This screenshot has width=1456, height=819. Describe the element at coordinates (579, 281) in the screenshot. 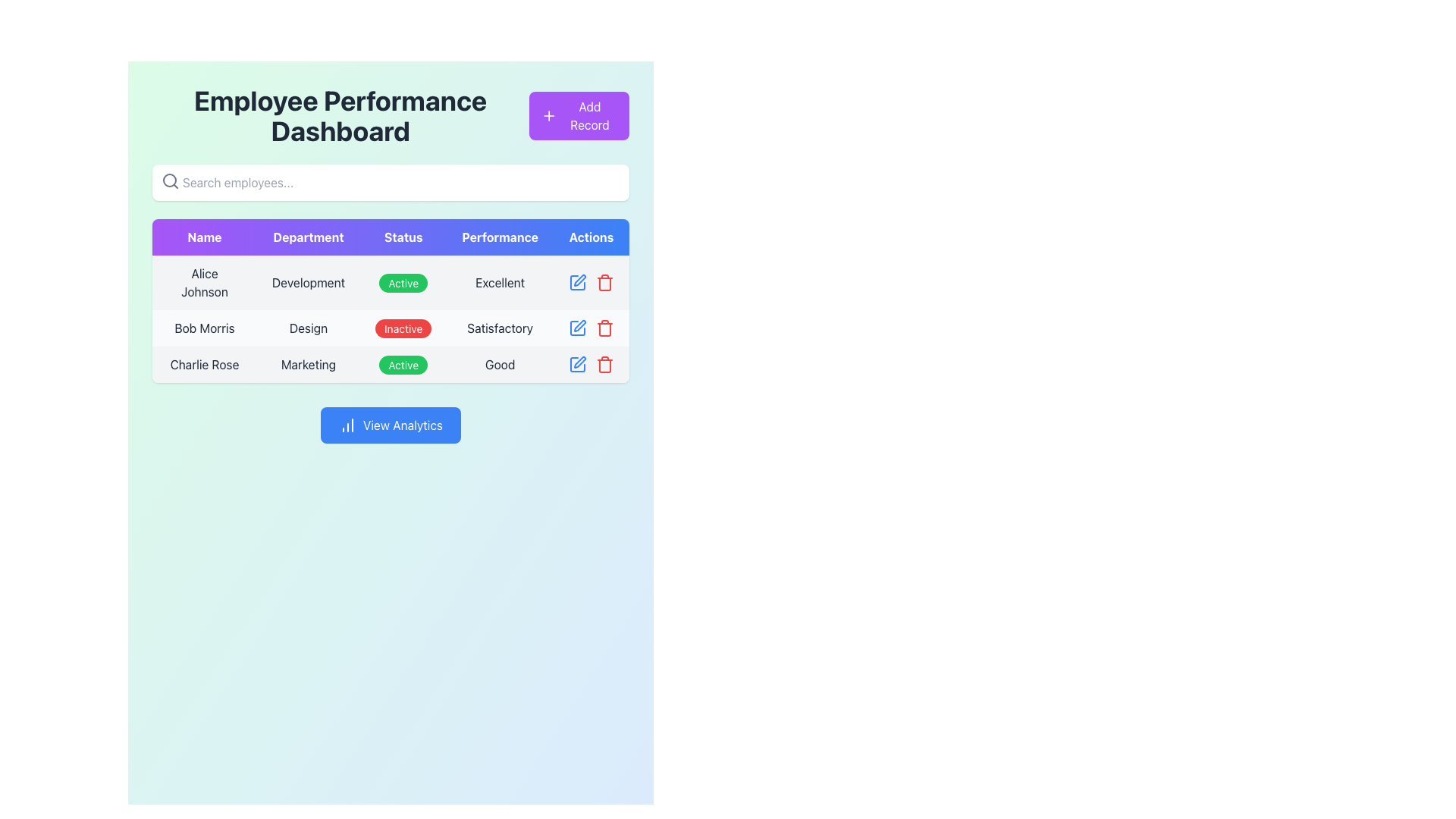

I see `the pen icon button in the 'Actions' column corresponding to 'Bob Morris' to initiate the edit action for the row` at that location.